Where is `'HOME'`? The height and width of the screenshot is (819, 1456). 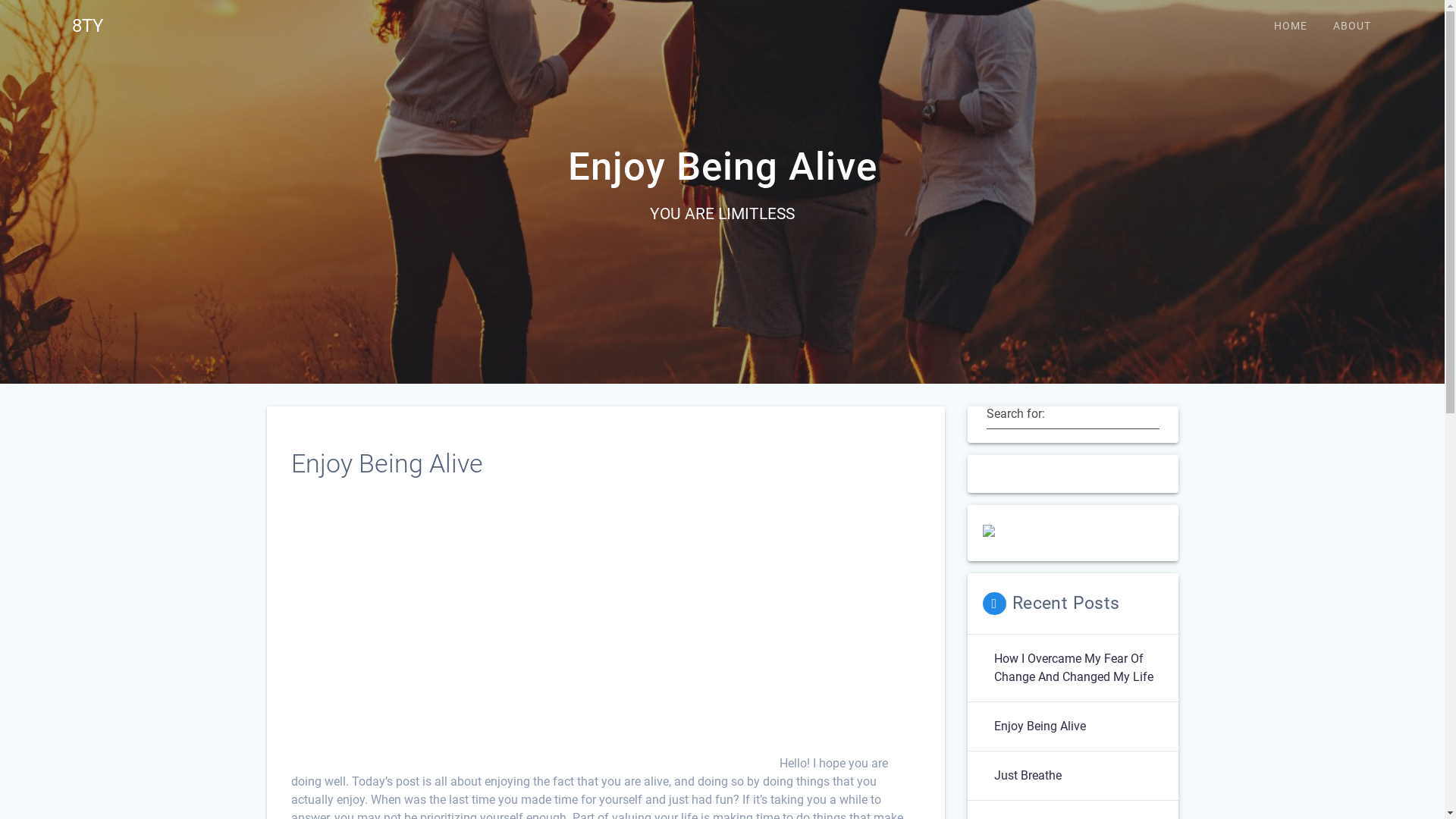
'HOME' is located at coordinates (1290, 26).